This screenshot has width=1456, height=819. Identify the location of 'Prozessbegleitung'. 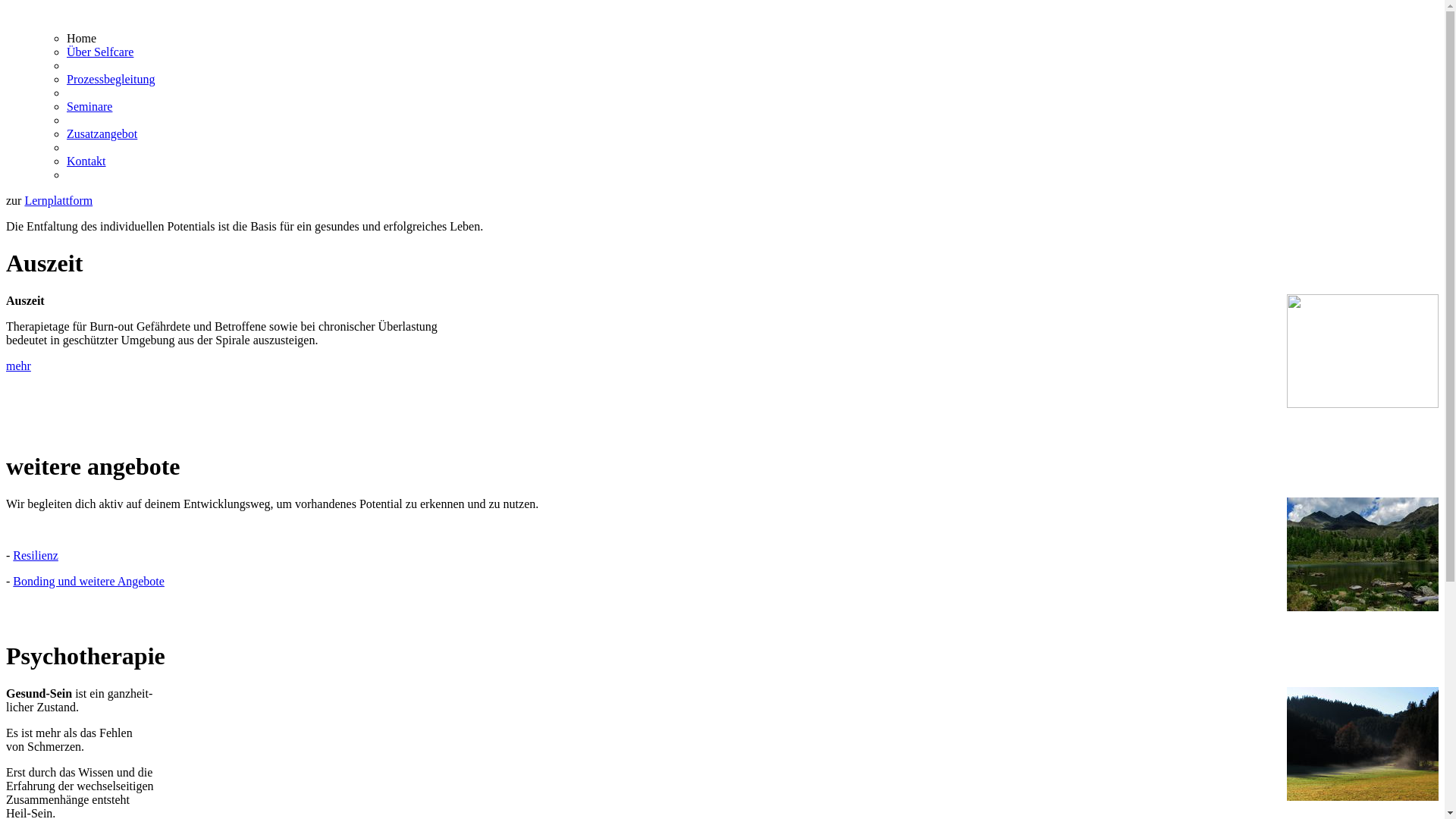
(109, 79).